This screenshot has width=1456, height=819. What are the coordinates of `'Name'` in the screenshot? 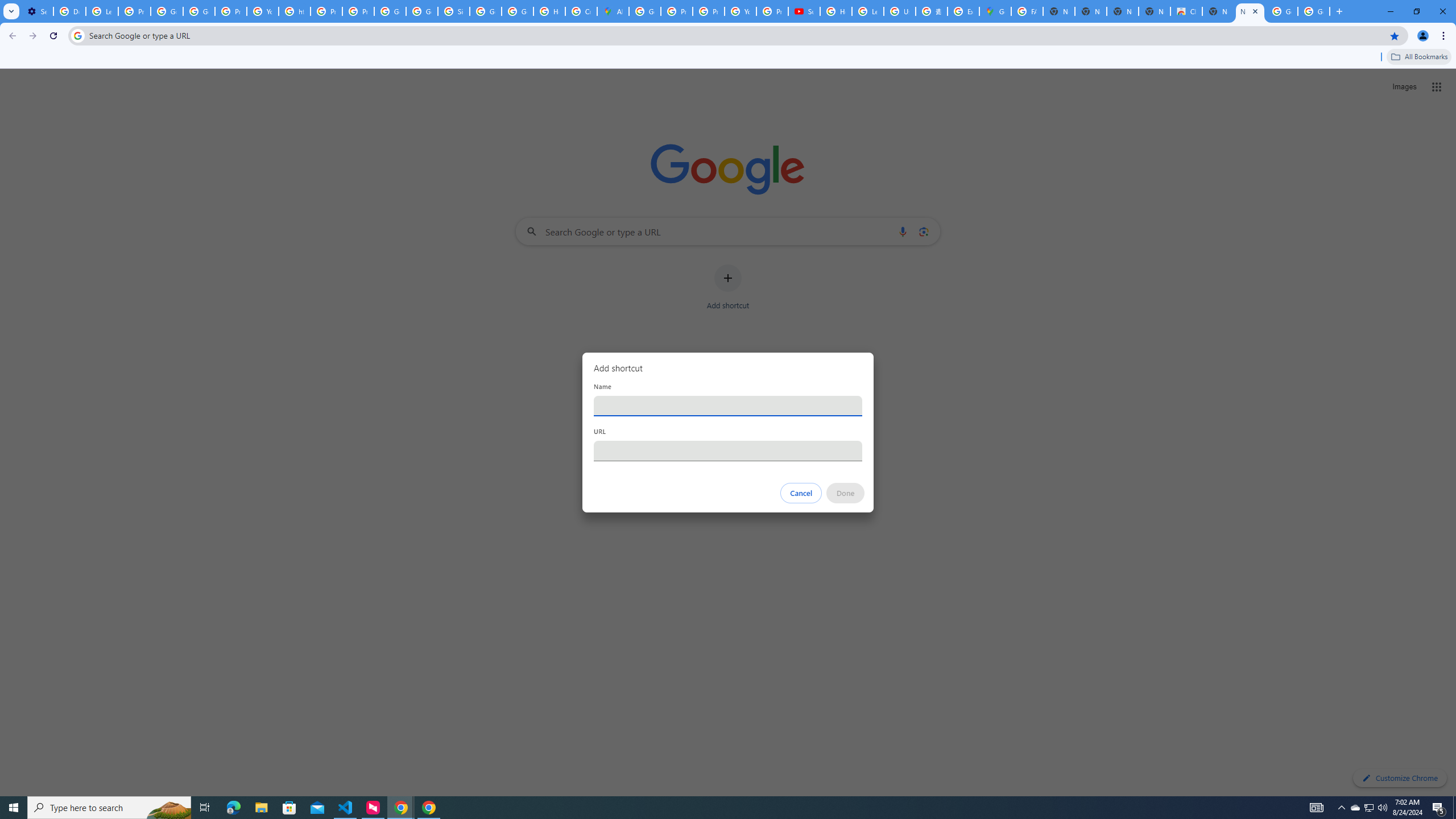 It's located at (728, 405).